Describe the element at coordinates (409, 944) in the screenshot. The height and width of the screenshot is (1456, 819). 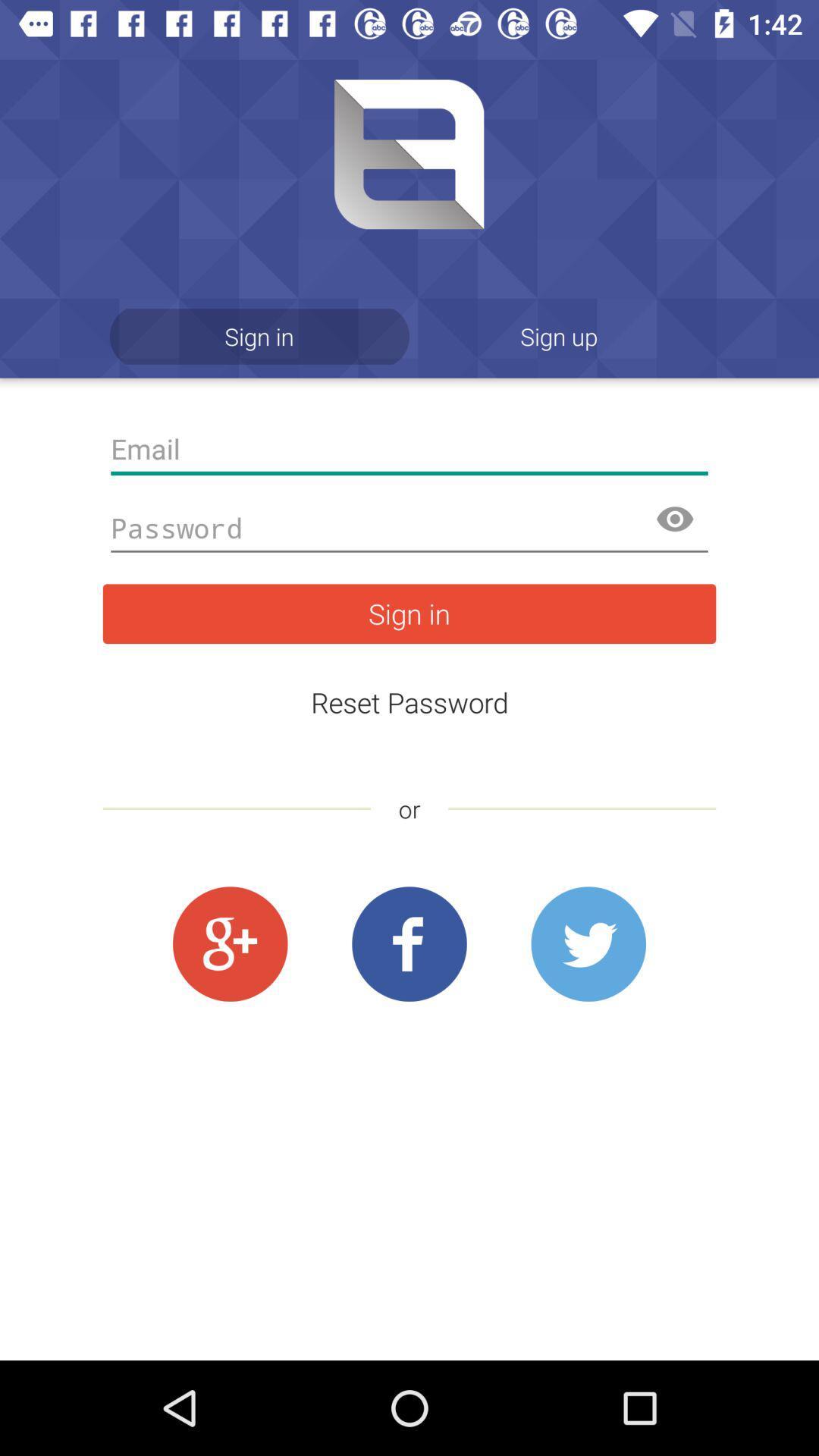
I see `facebook icon at bottom of the page` at that location.